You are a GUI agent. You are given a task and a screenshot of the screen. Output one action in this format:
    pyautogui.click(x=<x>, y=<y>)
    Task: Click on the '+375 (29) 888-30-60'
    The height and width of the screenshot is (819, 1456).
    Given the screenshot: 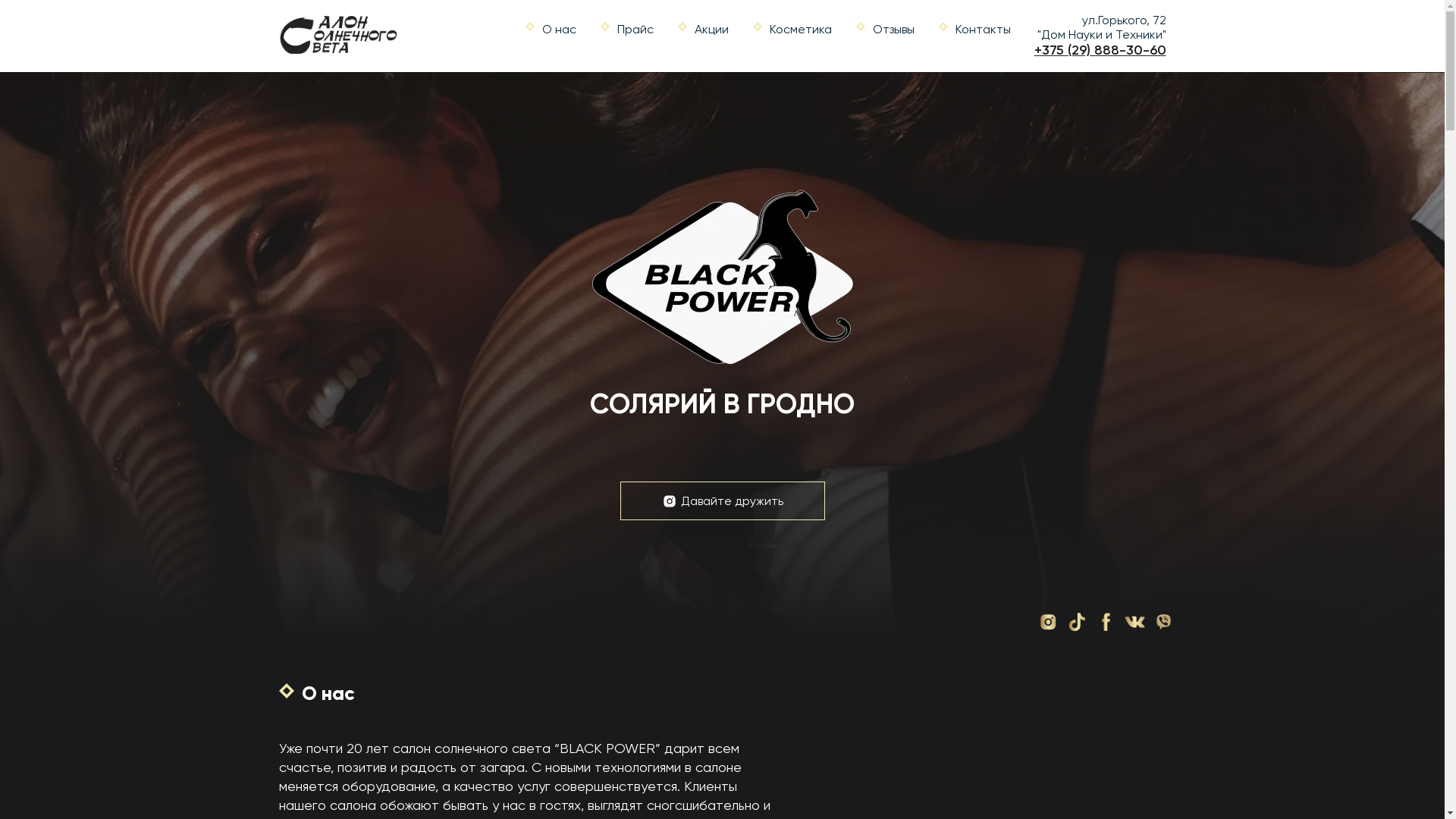 What is the action you would take?
    pyautogui.click(x=1033, y=49)
    